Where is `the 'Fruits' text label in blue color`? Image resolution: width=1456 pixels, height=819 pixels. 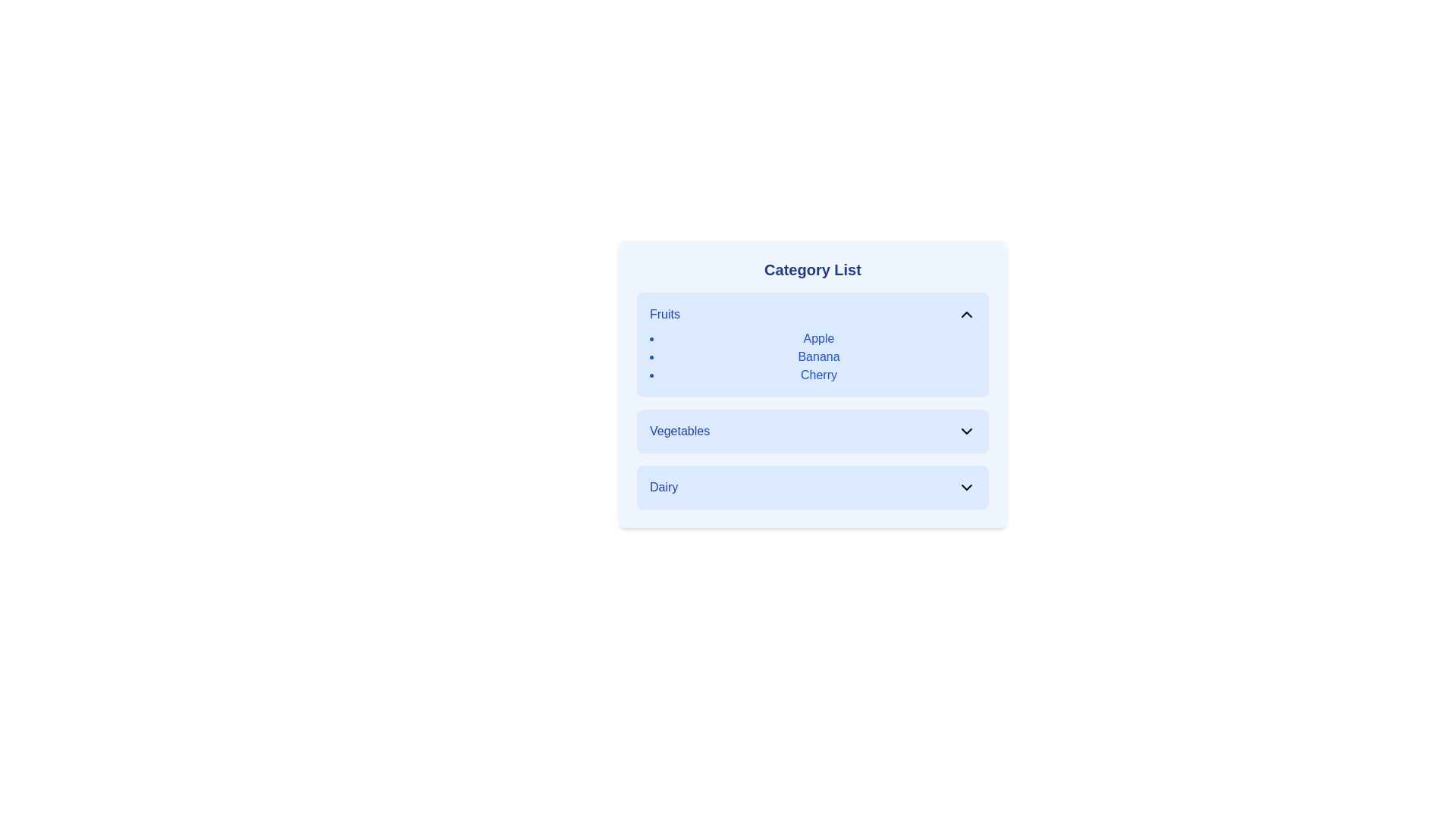
the 'Fruits' text label in blue color is located at coordinates (665, 314).